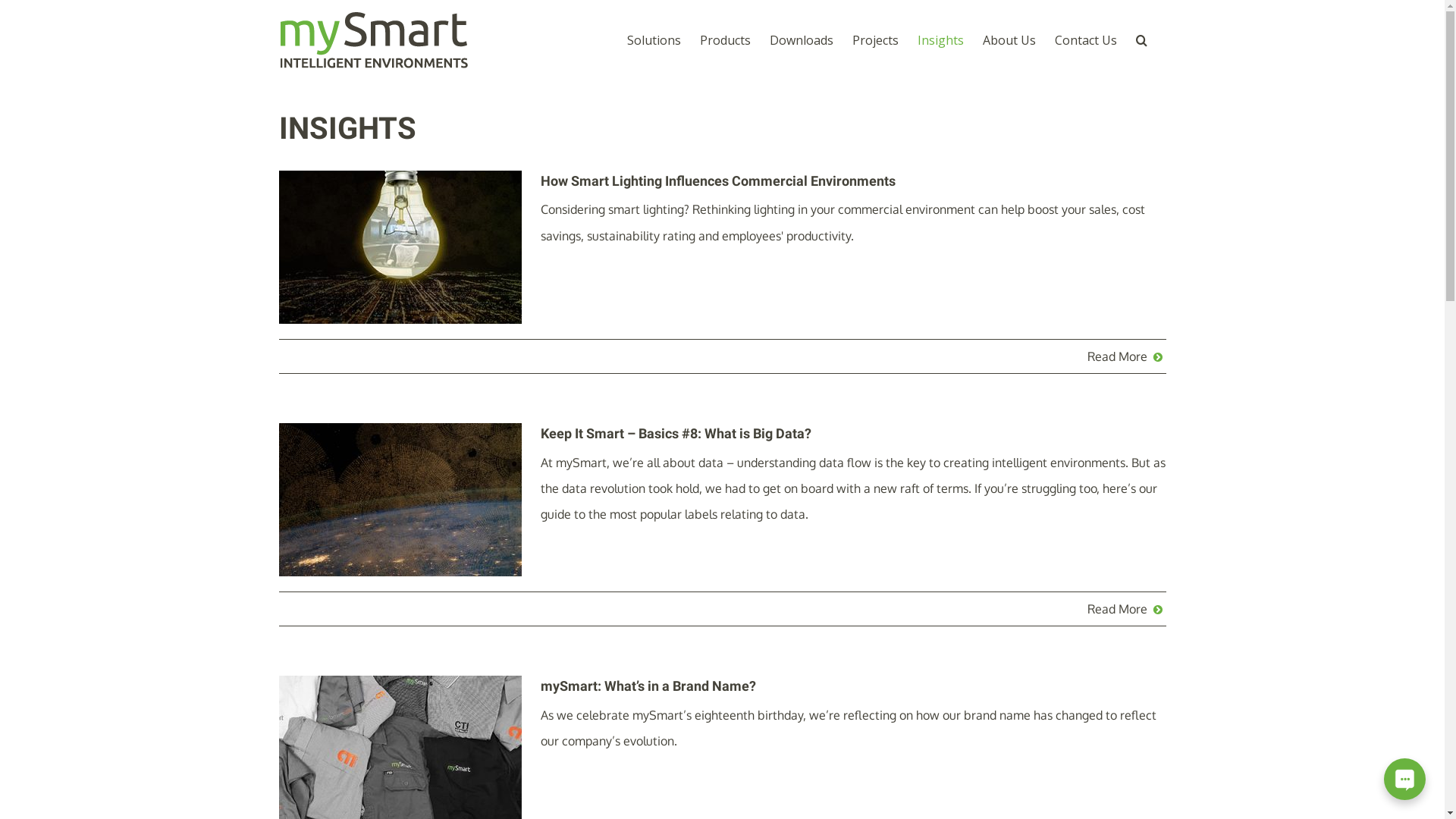  What do you see at coordinates (1141, 39) in the screenshot?
I see `'Search'` at bounding box center [1141, 39].